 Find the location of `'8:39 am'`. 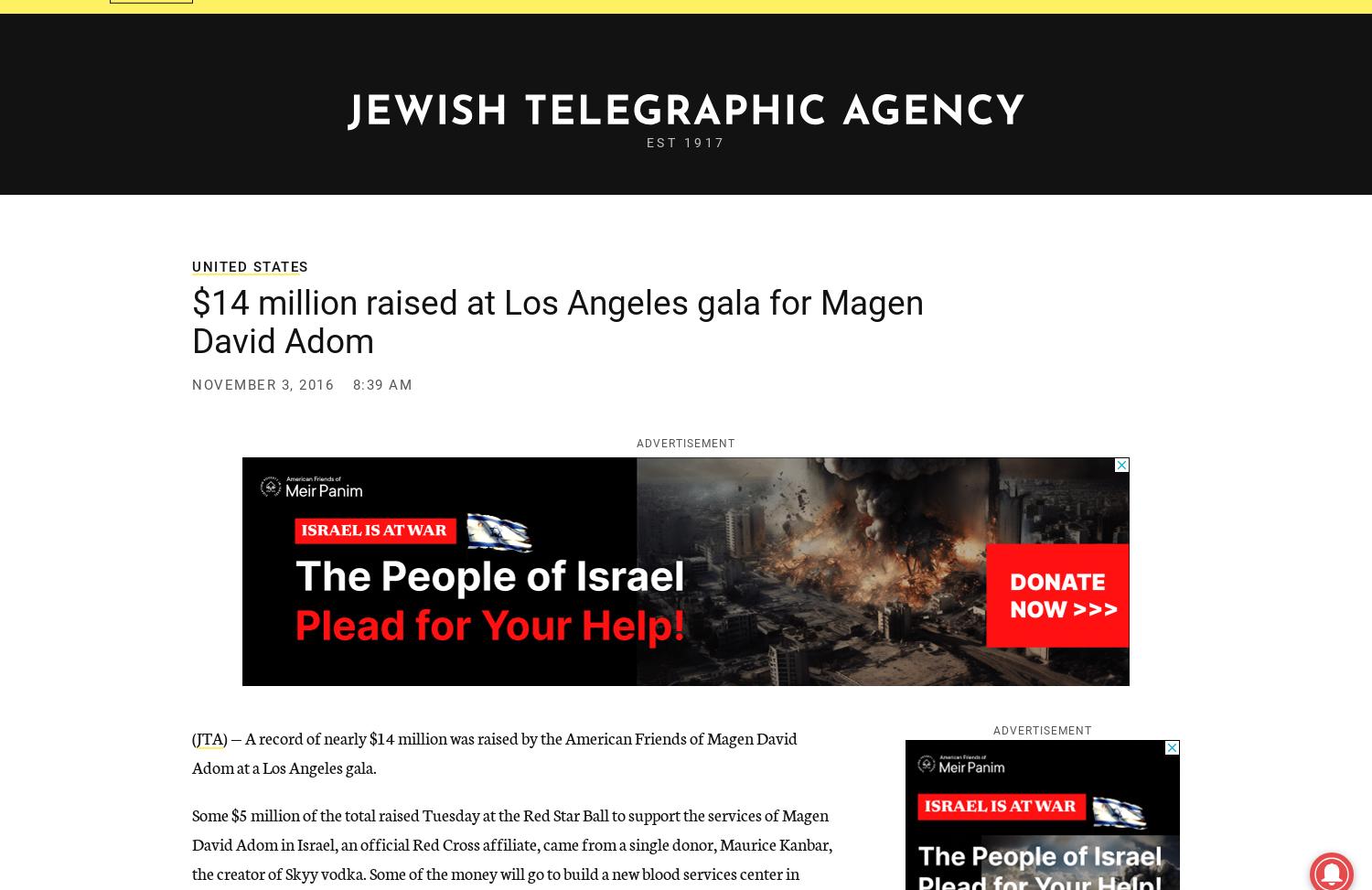

'8:39 am' is located at coordinates (382, 384).